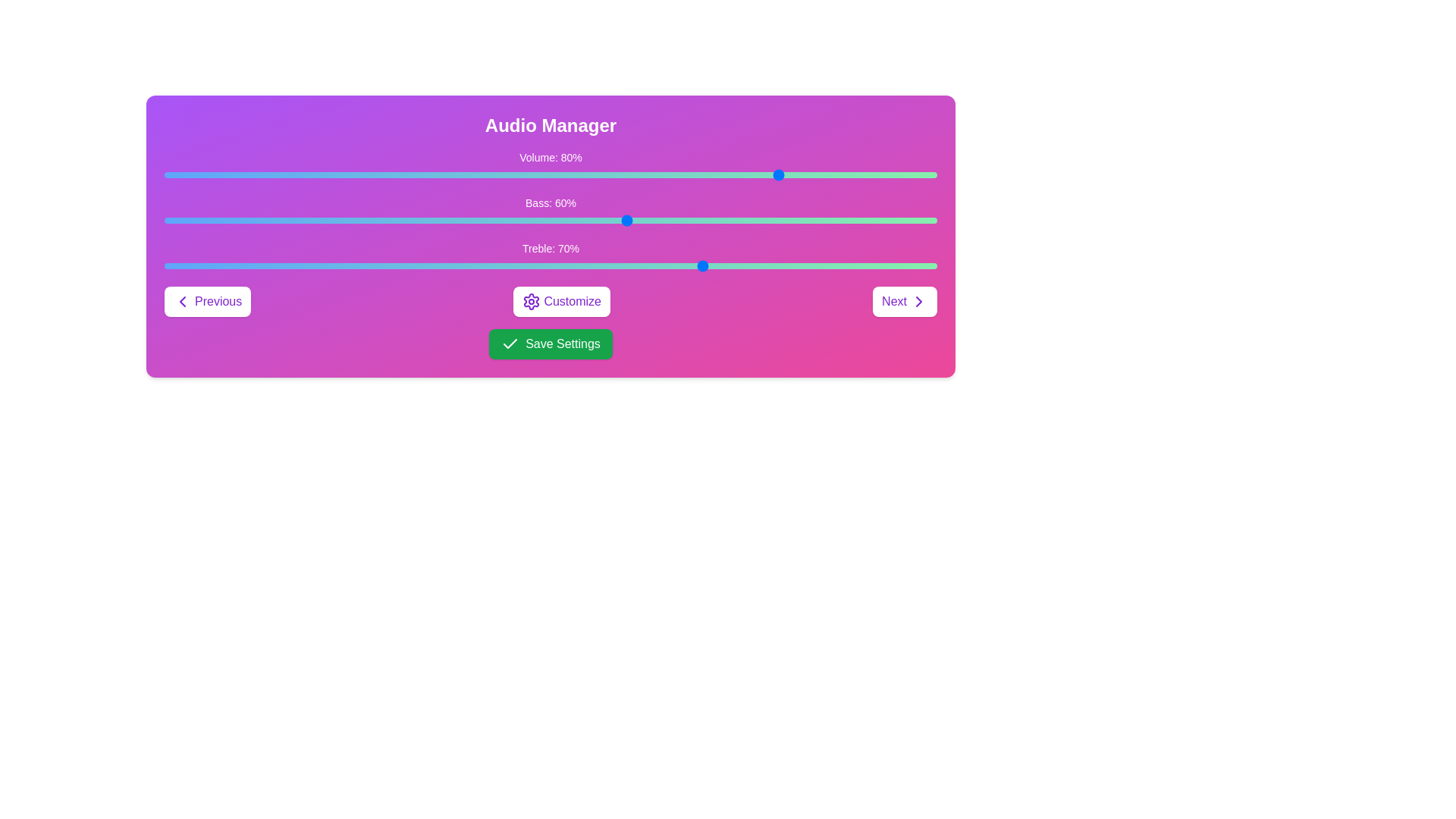 The width and height of the screenshot is (1456, 819). Describe the element at coordinates (532, 301) in the screenshot. I see `the gear icon with a purple outline located to the left of the 'Customize' text within the button` at that location.